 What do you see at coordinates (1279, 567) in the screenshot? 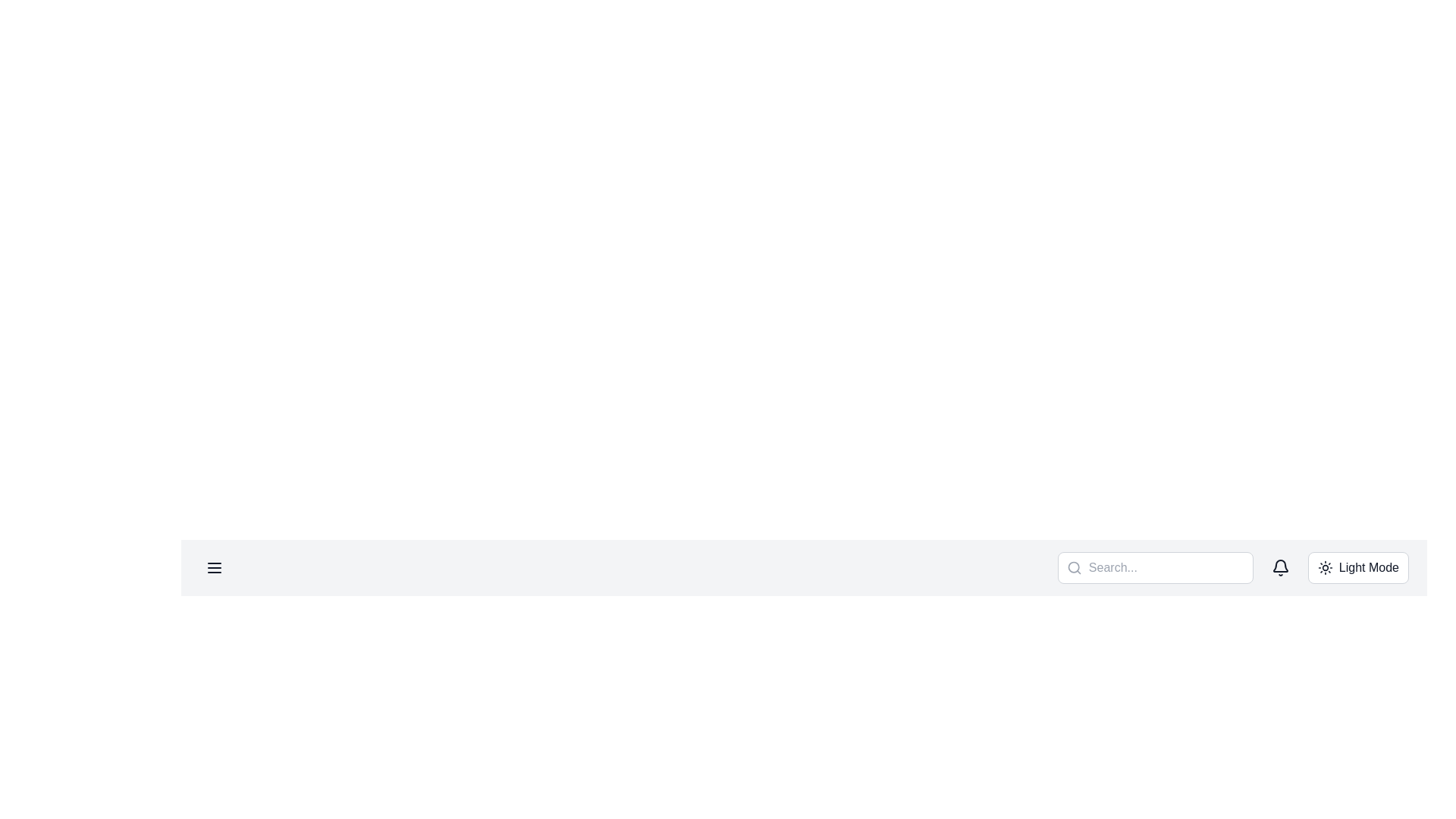
I see `the bell icon located at the right end of the horizontal navigation bar` at bounding box center [1279, 567].